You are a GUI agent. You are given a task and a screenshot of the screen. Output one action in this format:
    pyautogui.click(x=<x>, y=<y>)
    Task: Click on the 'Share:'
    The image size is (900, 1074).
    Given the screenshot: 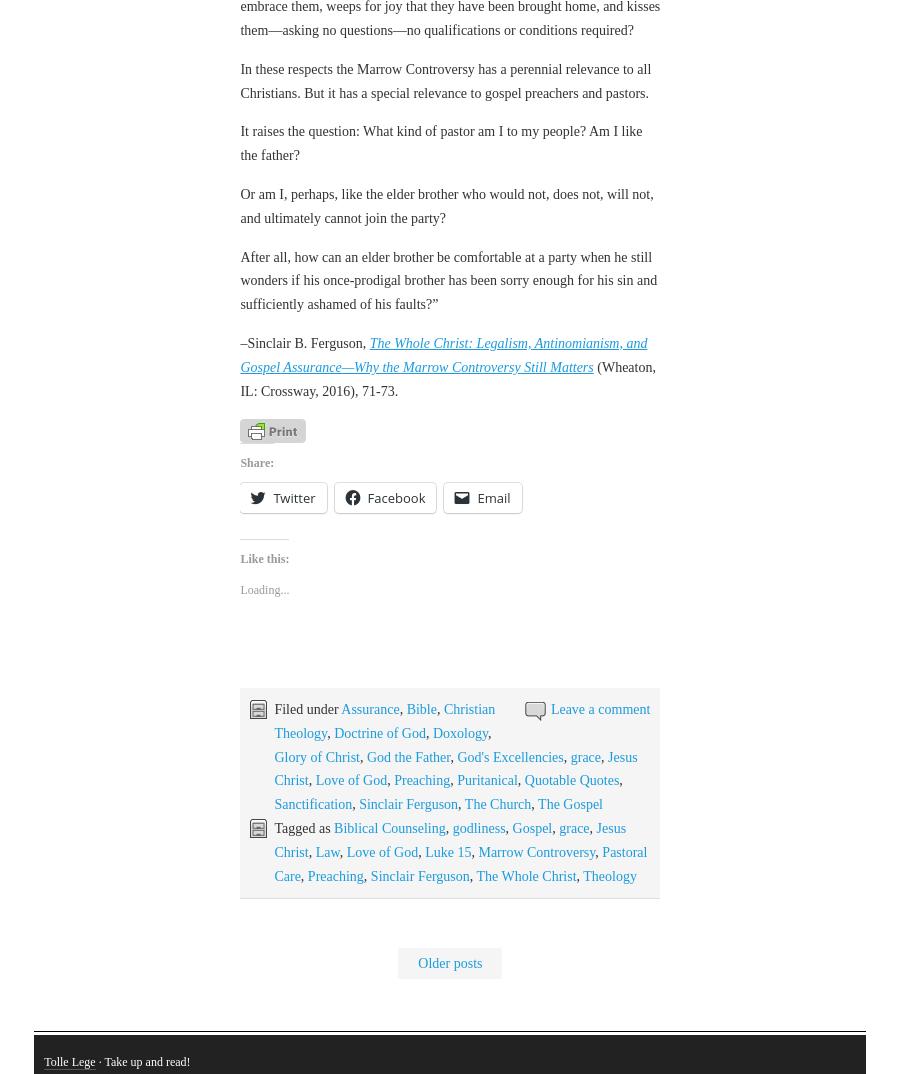 What is the action you would take?
    pyautogui.click(x=256, y=408)
    